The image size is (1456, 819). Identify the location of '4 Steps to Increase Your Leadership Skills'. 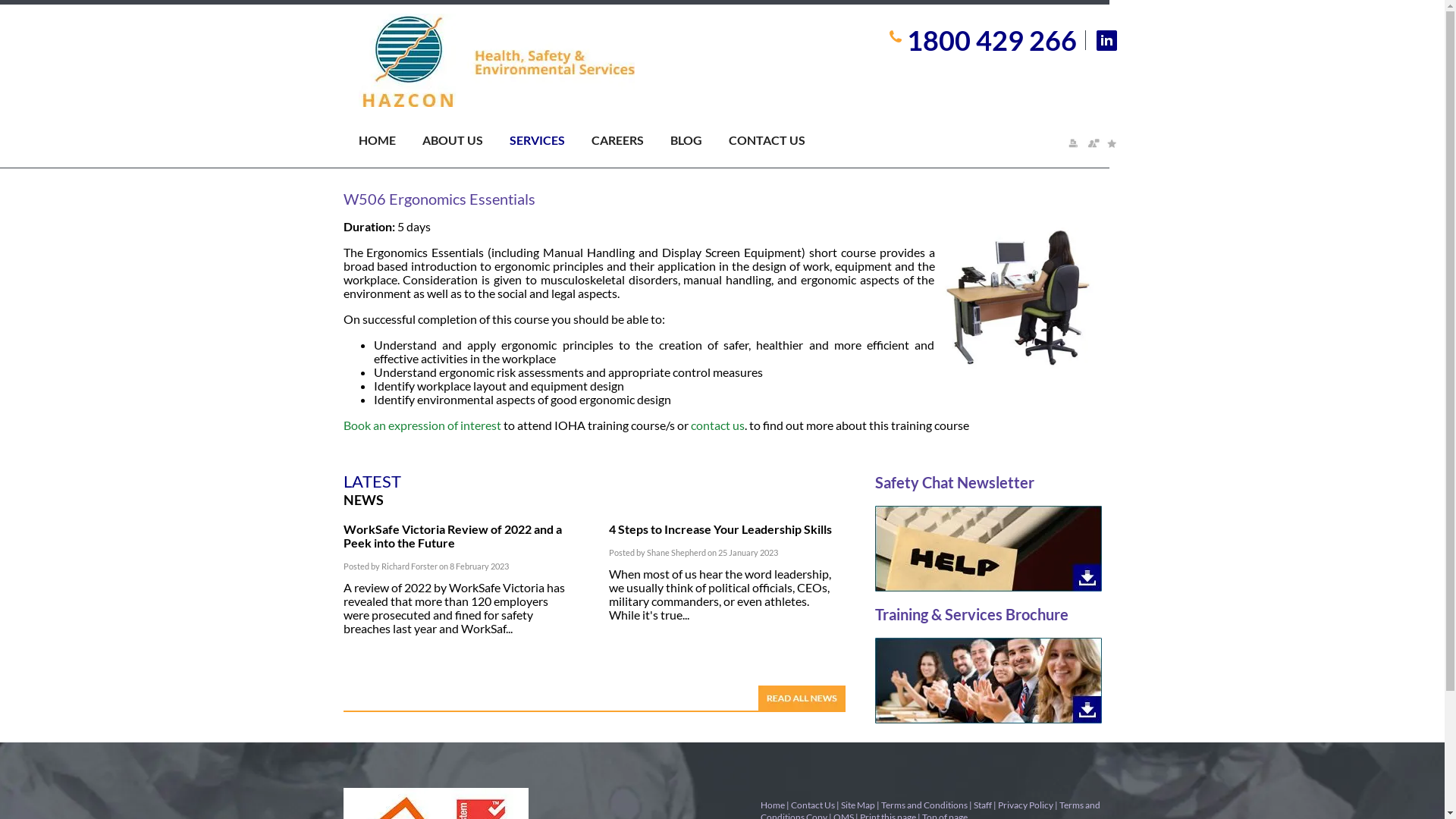
(719, 528).